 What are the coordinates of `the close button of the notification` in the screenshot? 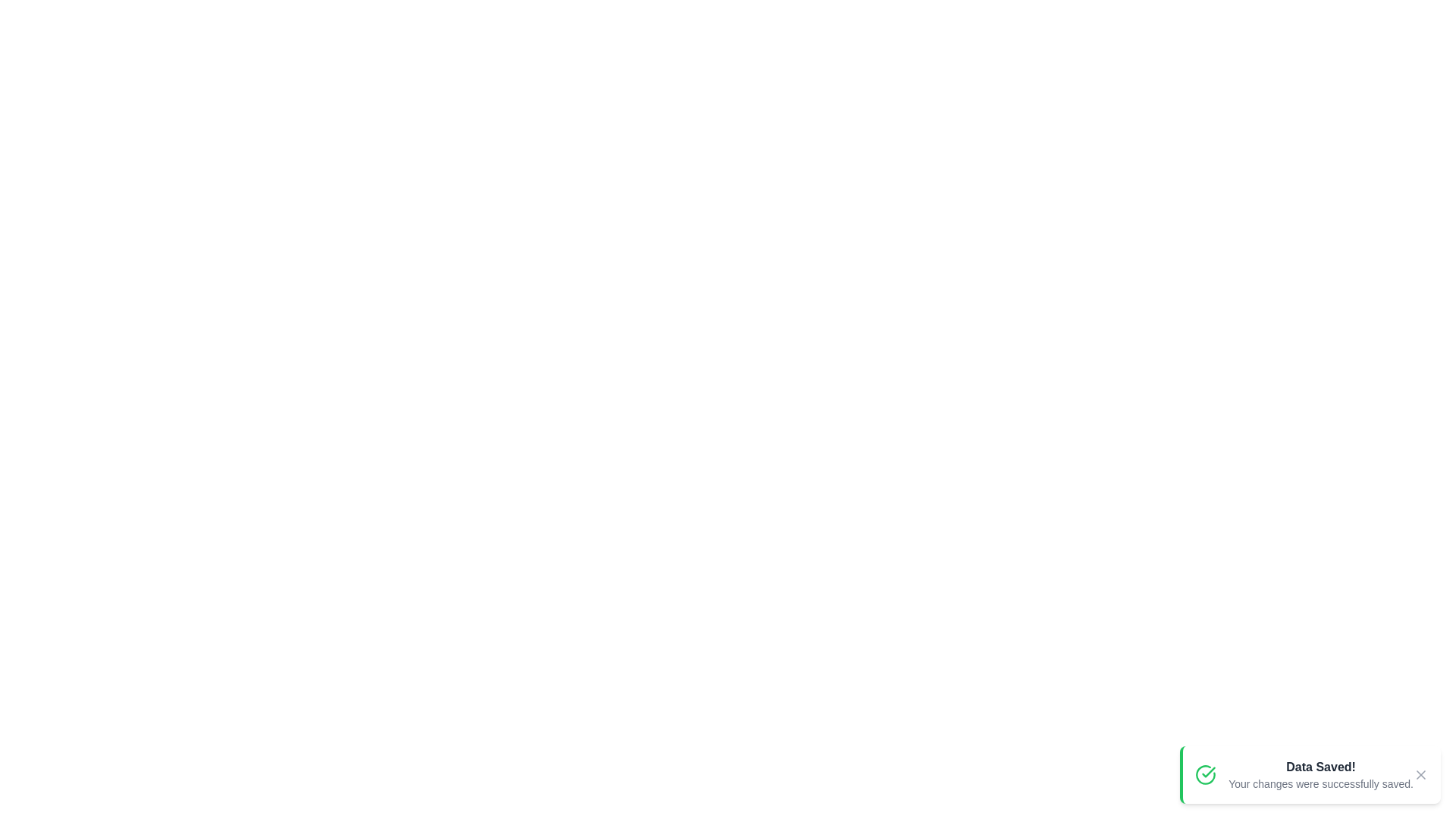 It's located at (1420, 775).